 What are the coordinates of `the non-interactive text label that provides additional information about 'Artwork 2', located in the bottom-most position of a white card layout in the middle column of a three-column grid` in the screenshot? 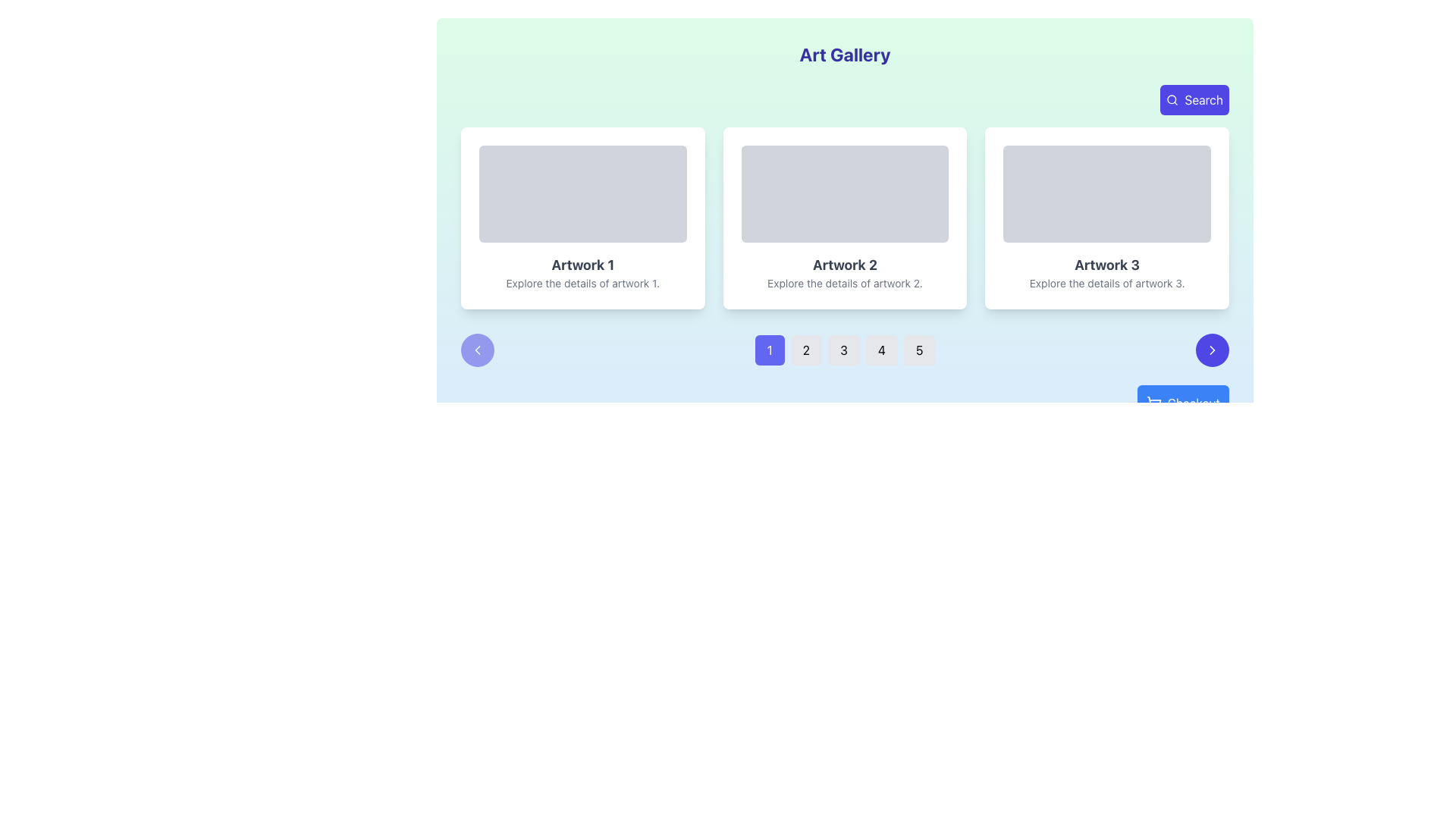 It's located at (844, 284).